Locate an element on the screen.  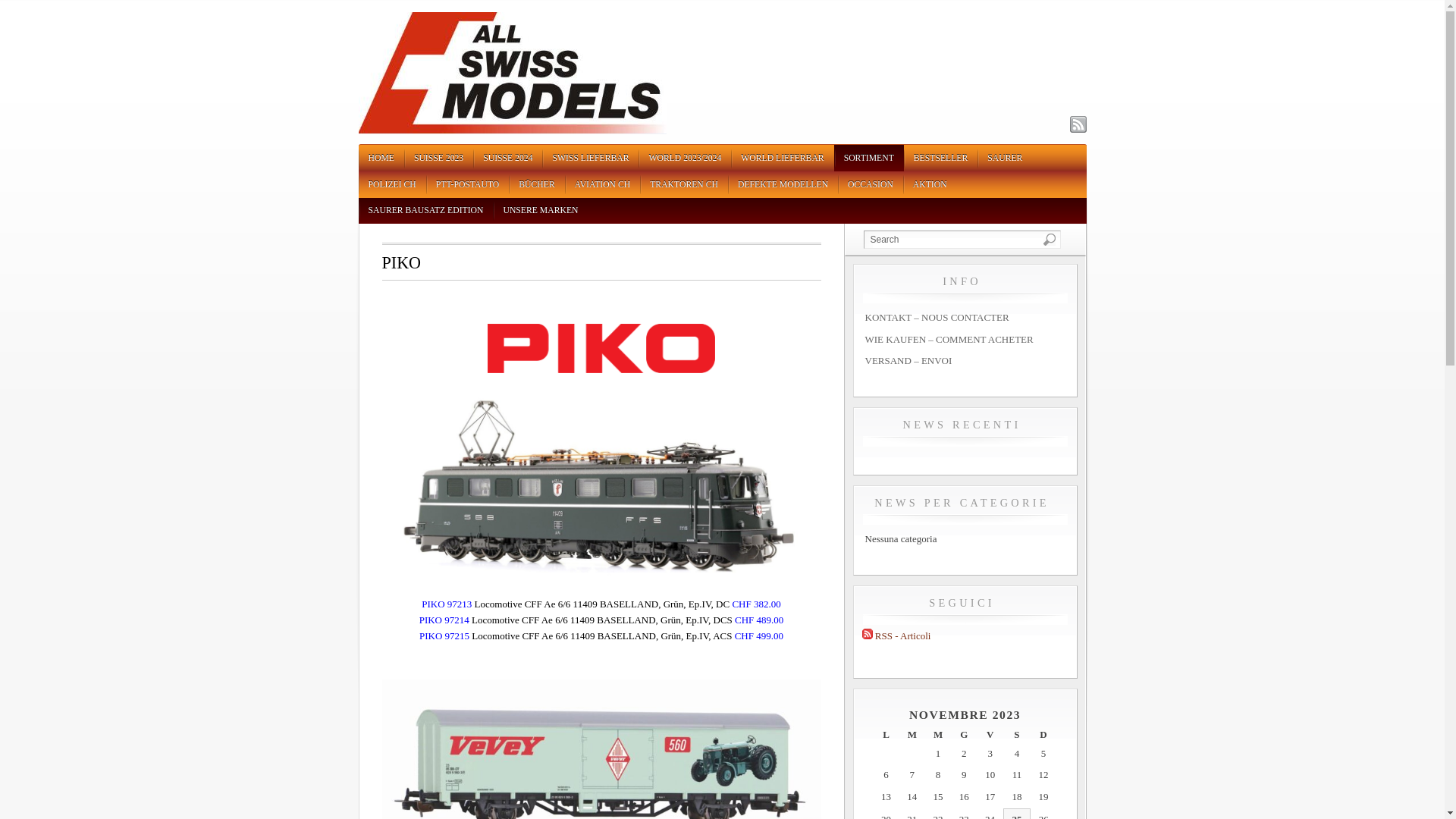
'SWISS LIEFERBAR' is located at coordinates (589, 158).